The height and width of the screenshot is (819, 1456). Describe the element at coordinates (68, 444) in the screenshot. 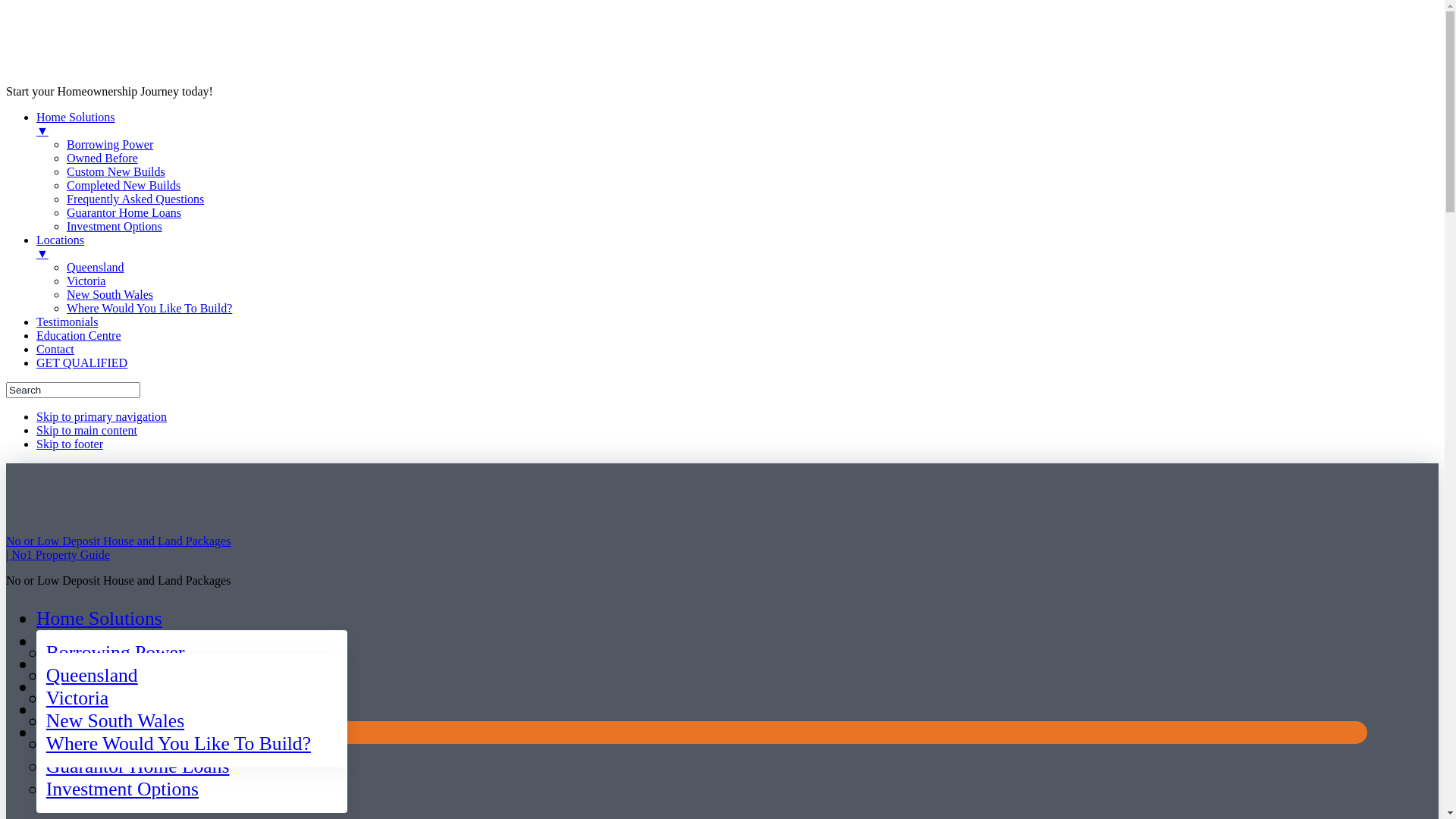

I see `'Skip to footer'` at that location.